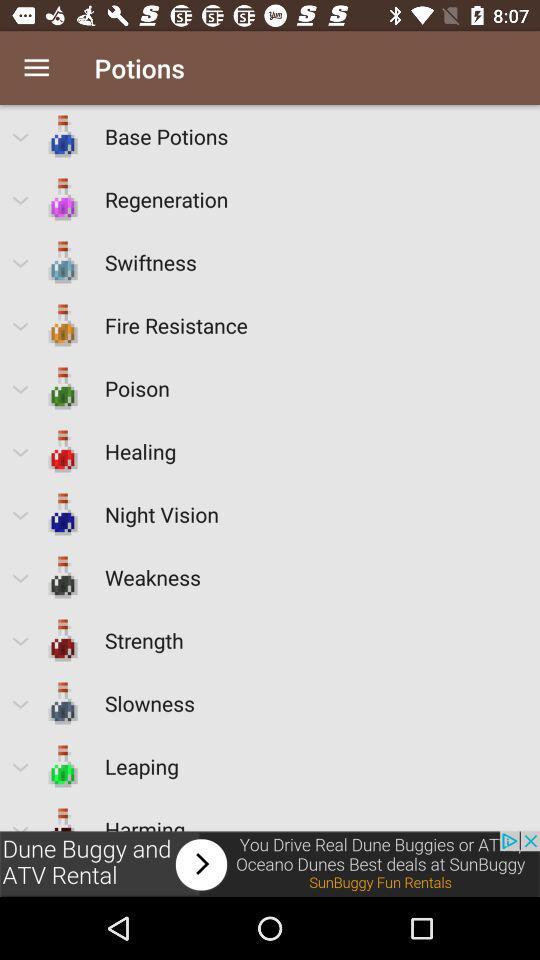 Image resolution: width=540 pixels, height=960 pixels. Describe the element at coordinates (270, 863) in the screenshot. I see `advertisement` at that location.